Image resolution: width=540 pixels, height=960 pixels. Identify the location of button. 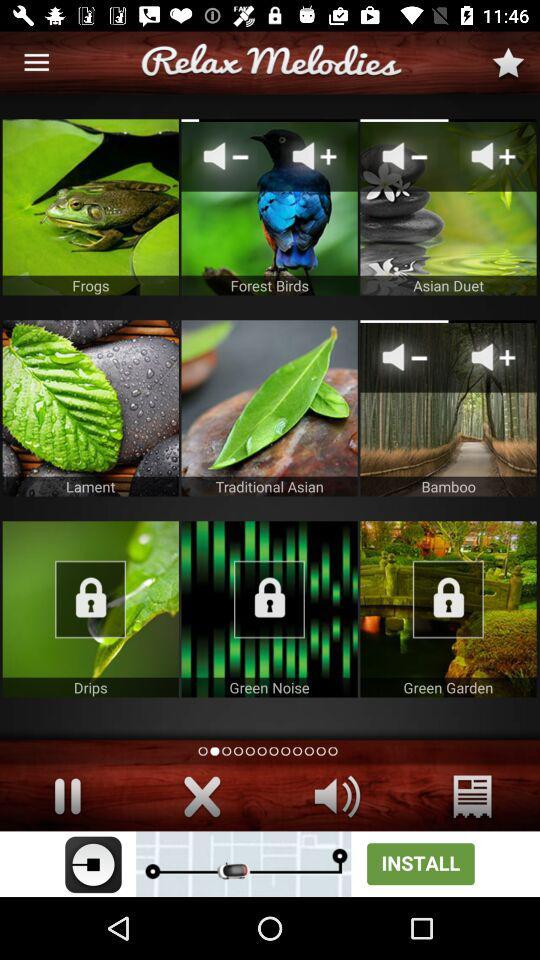
(202, 796).